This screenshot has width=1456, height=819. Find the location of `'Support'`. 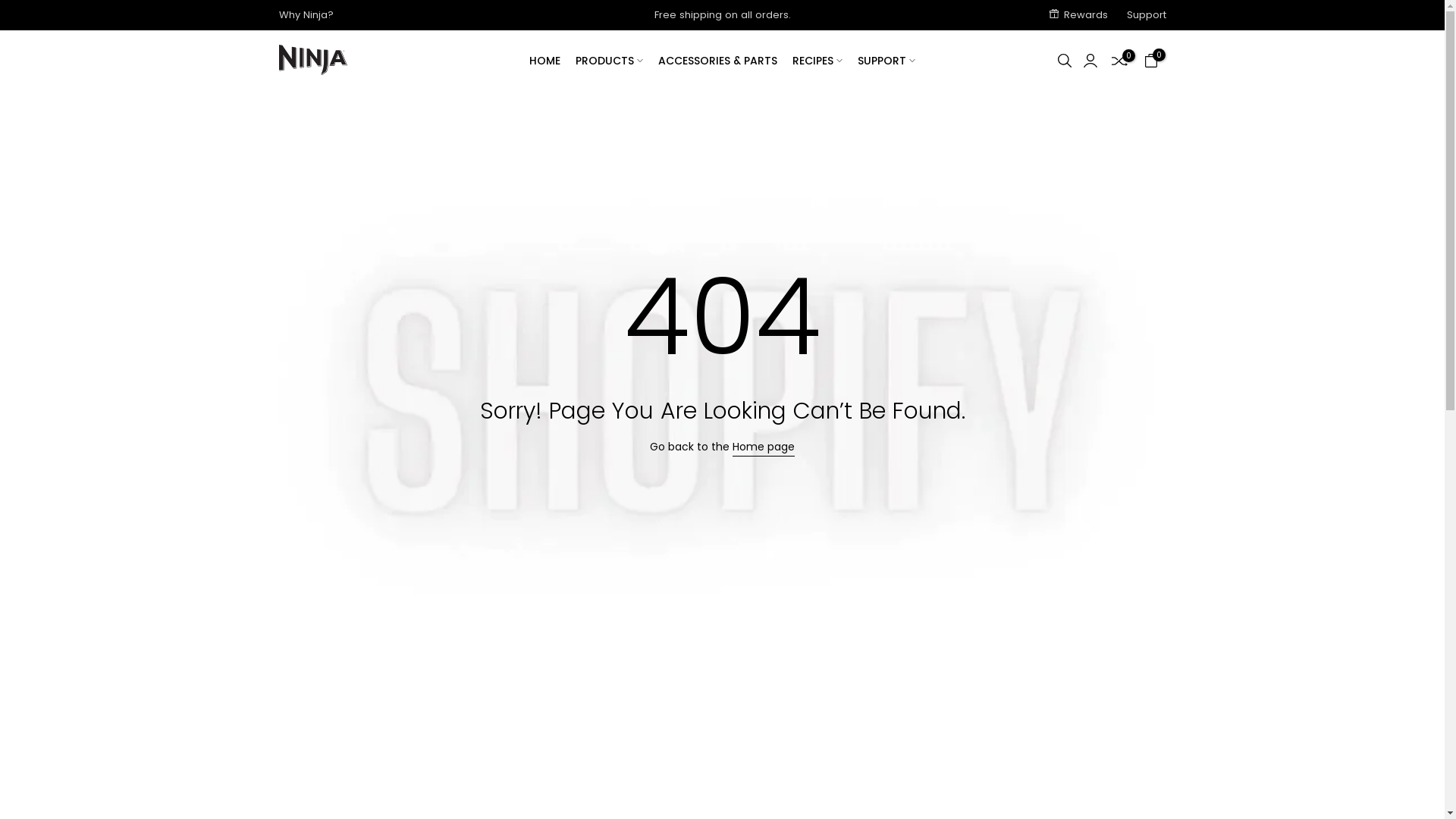

'Support' is located at coordinates (1147, 14).